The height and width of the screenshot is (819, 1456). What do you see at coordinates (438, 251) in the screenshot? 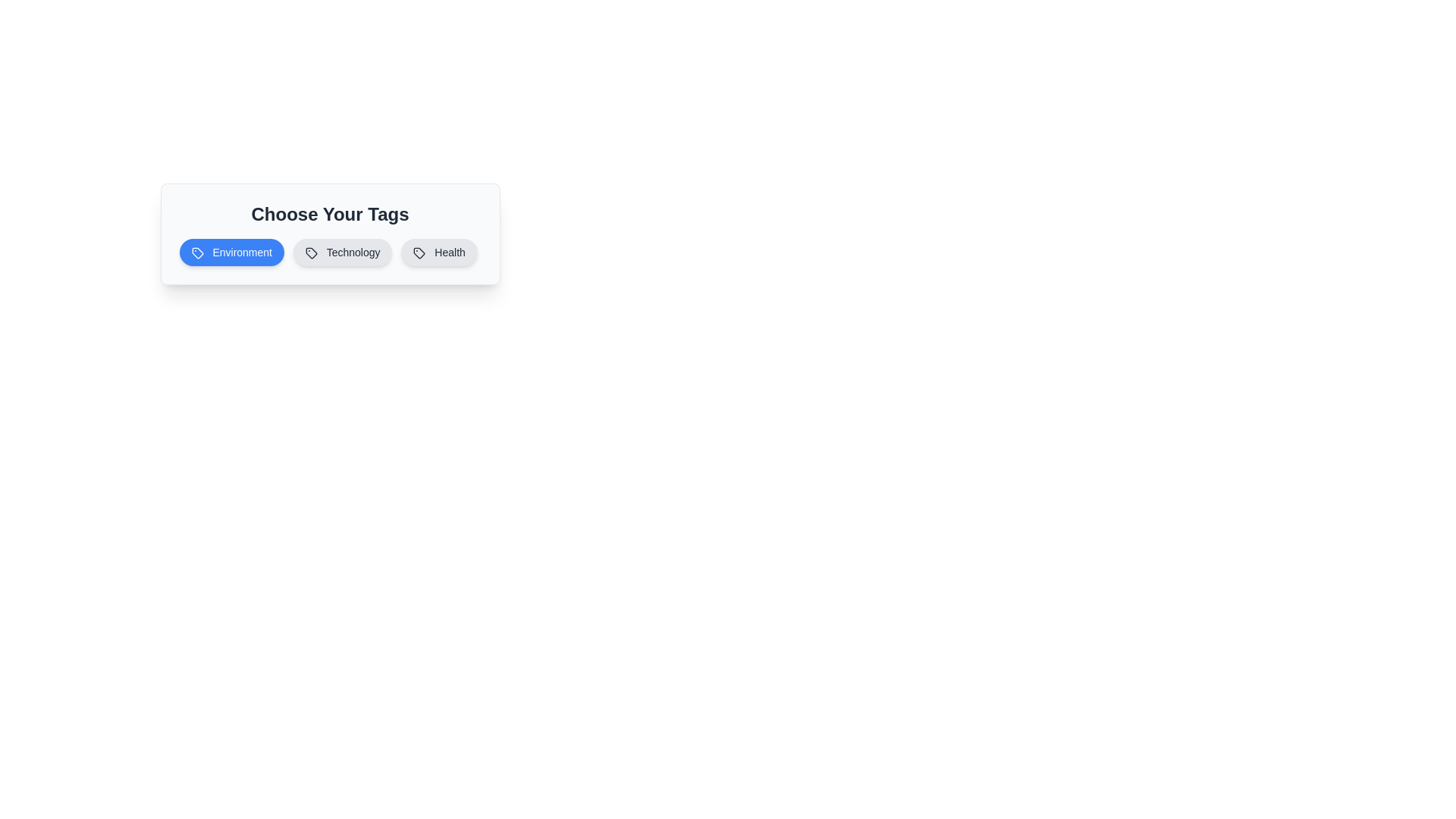
I see `the 'Health' tag button to toggle its state` at bounding box center [438, 251].